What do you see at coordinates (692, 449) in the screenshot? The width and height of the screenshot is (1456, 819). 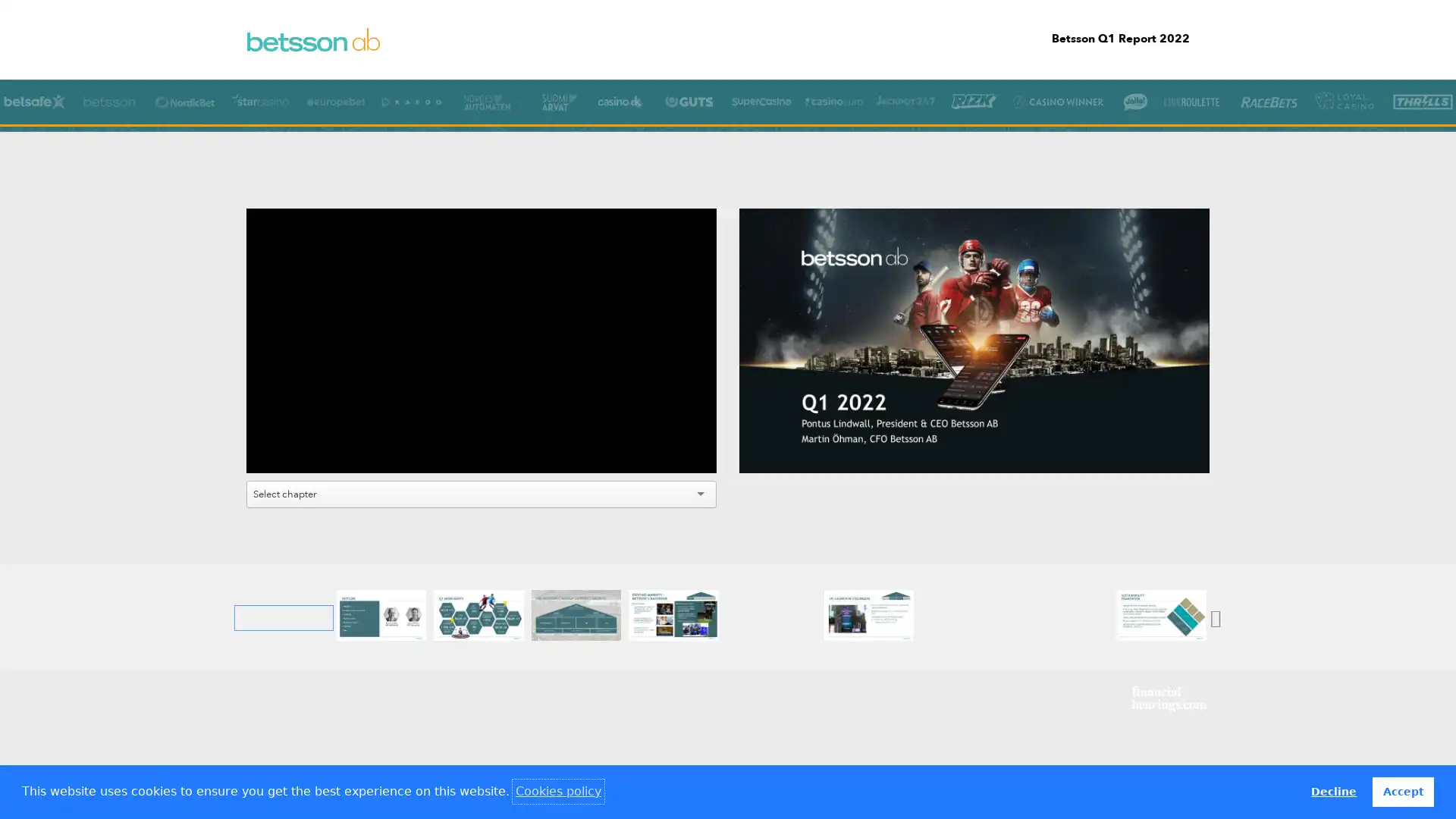 I see `Fullscreen` at bounding box center [692, 449].